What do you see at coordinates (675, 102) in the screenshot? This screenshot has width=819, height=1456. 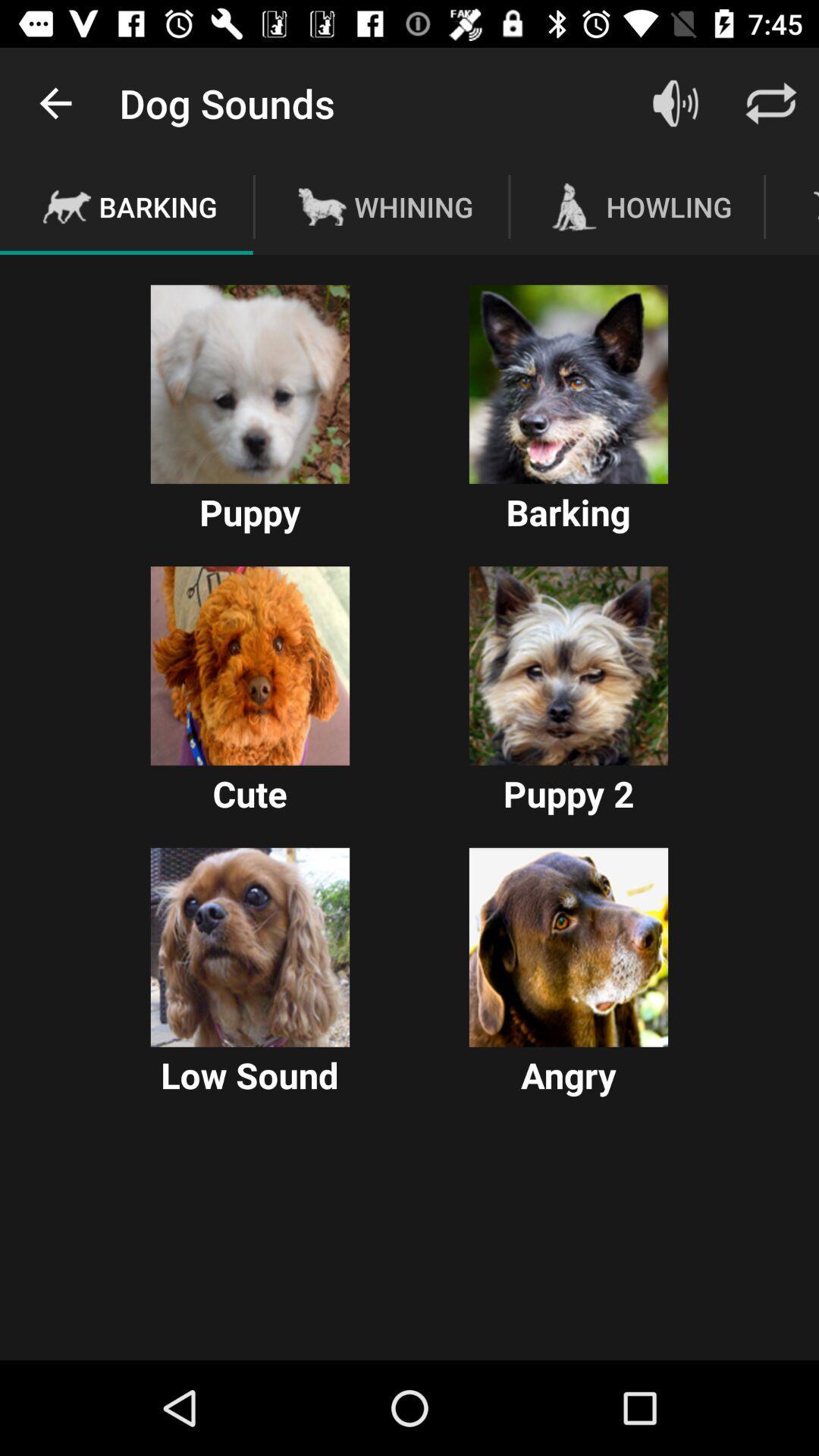 I see `sound option` at bounding box center [675, 102].